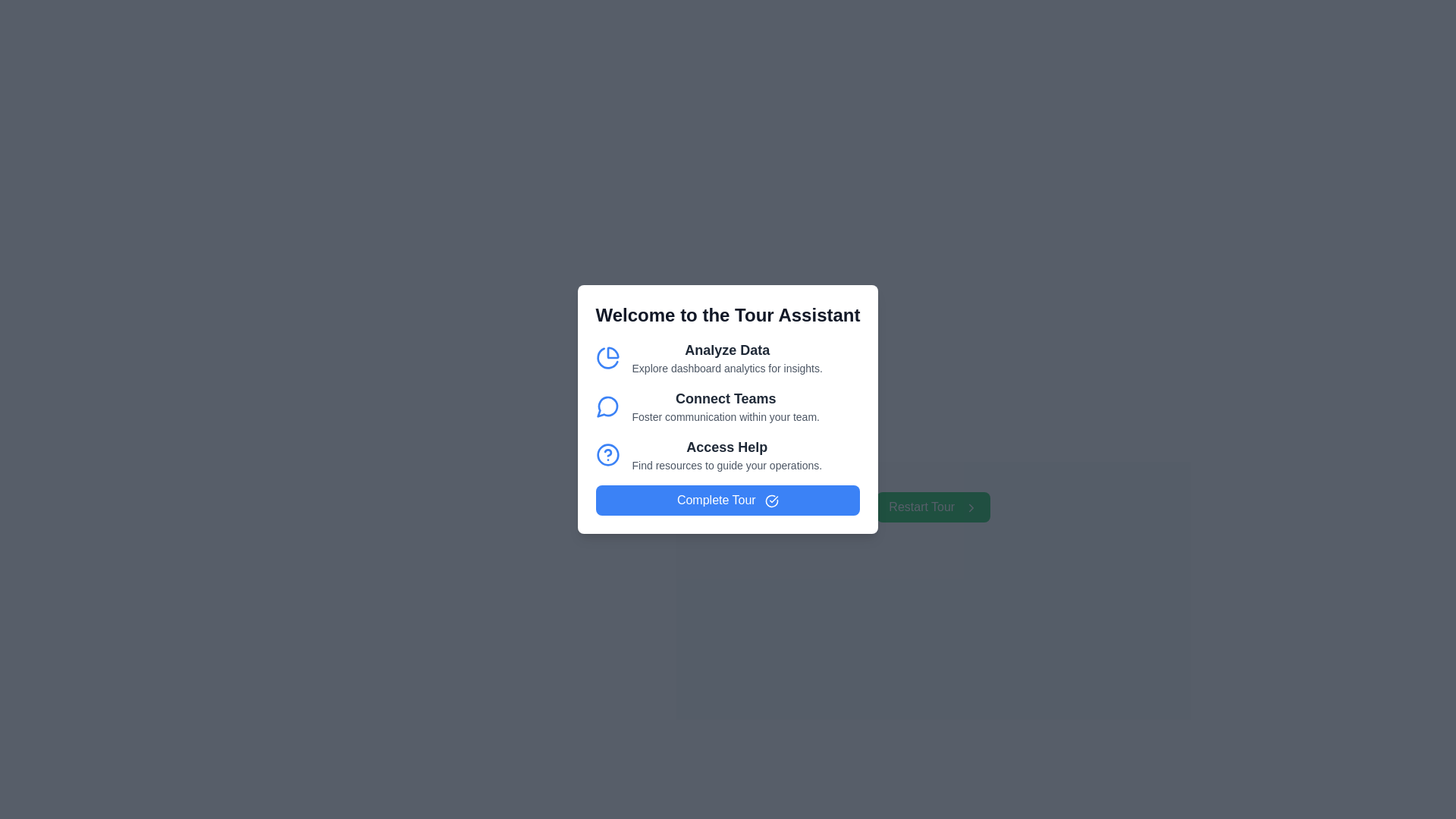  I want to click on the circular icon with a checkmark inside, styled with a line-drawn appearance, located to the right of the 'Complete Tour' text within the blue button at the bottom-center of the modal dialogue, so click(772, 500).